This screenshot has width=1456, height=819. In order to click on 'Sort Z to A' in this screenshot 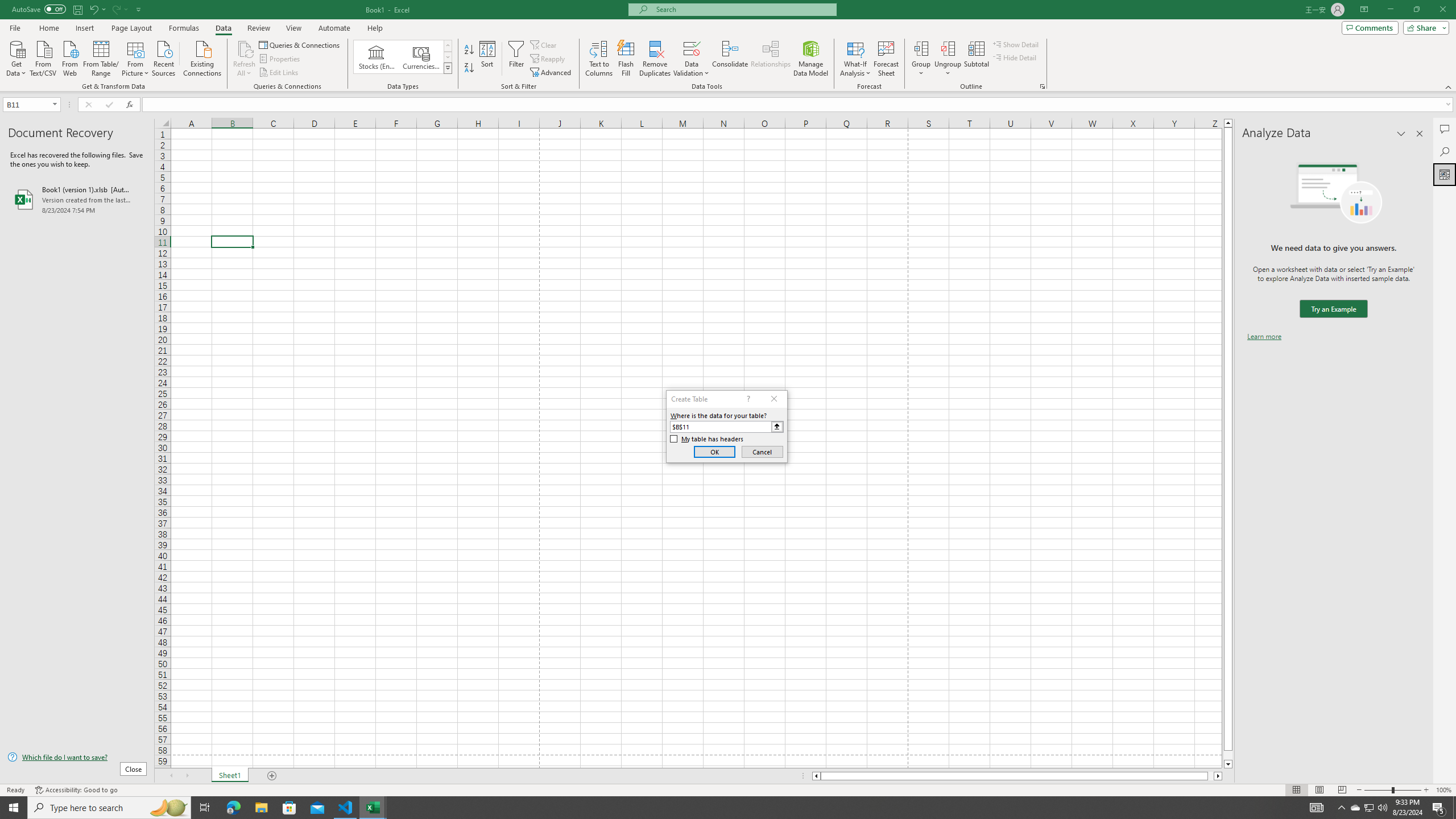, I will do `click(469, 67)`.